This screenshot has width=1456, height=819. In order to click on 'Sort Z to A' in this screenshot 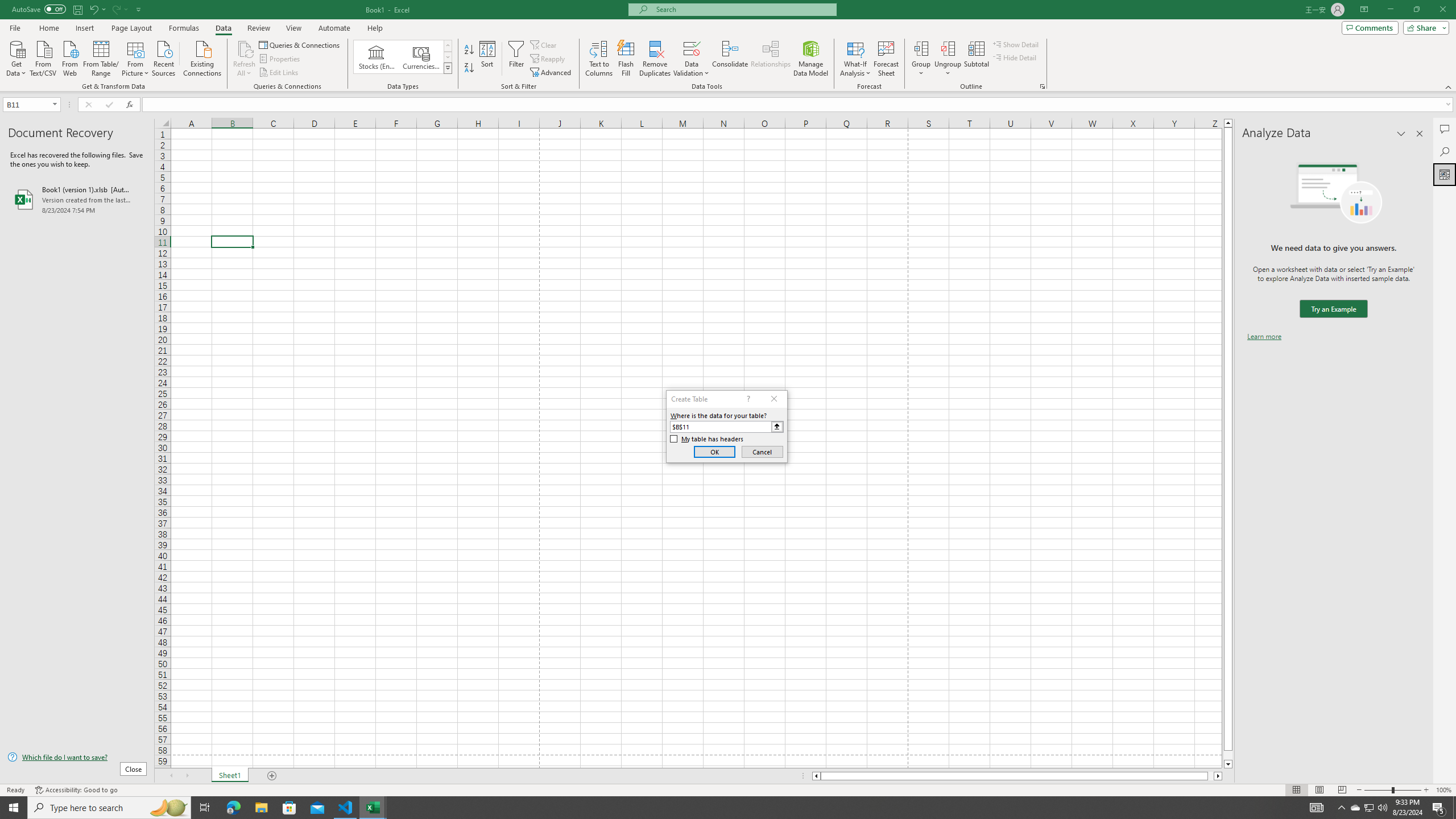, I will do `click(469, 67)`.